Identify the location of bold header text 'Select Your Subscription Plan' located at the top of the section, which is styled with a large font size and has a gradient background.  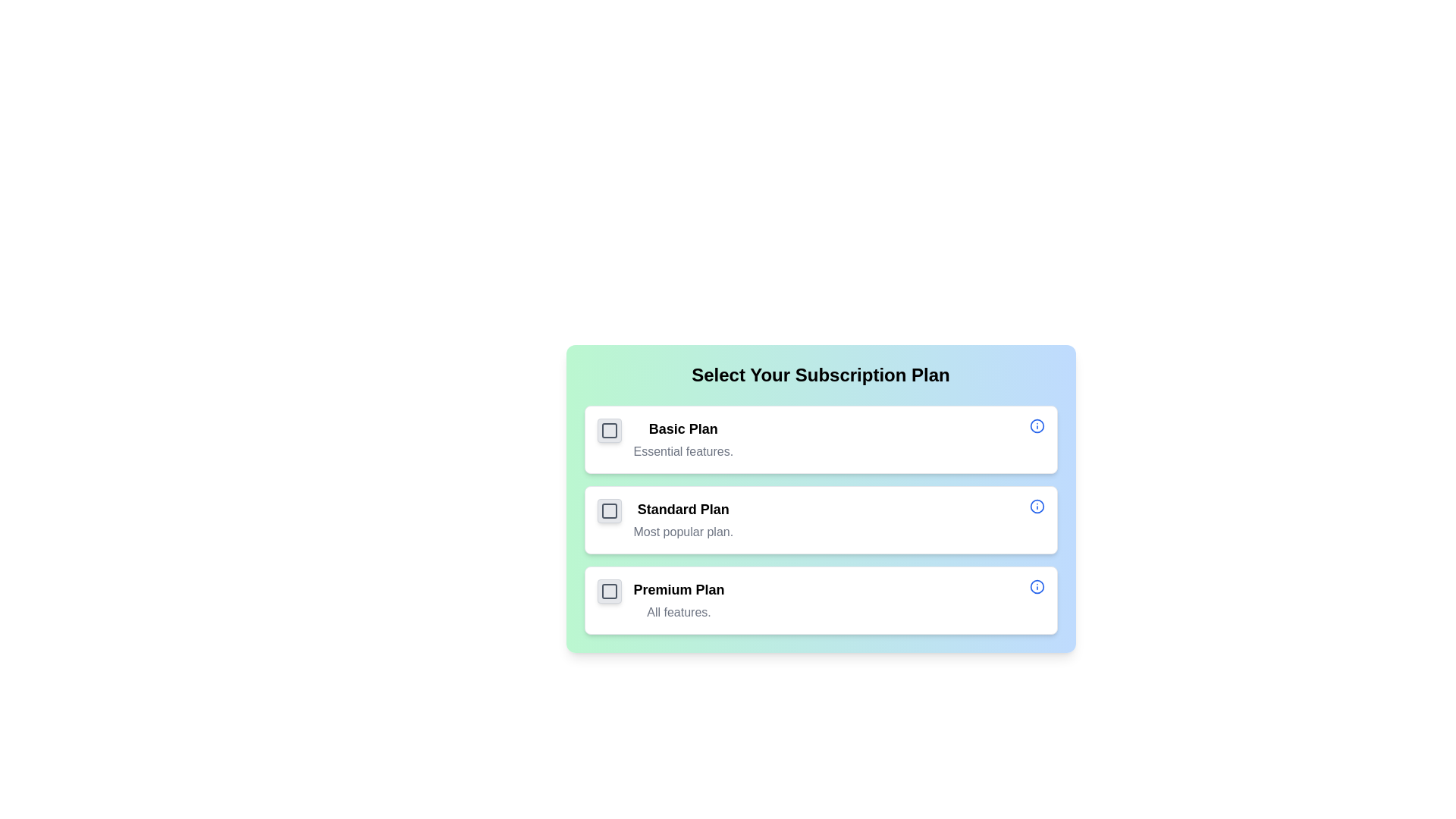
(820, 375).